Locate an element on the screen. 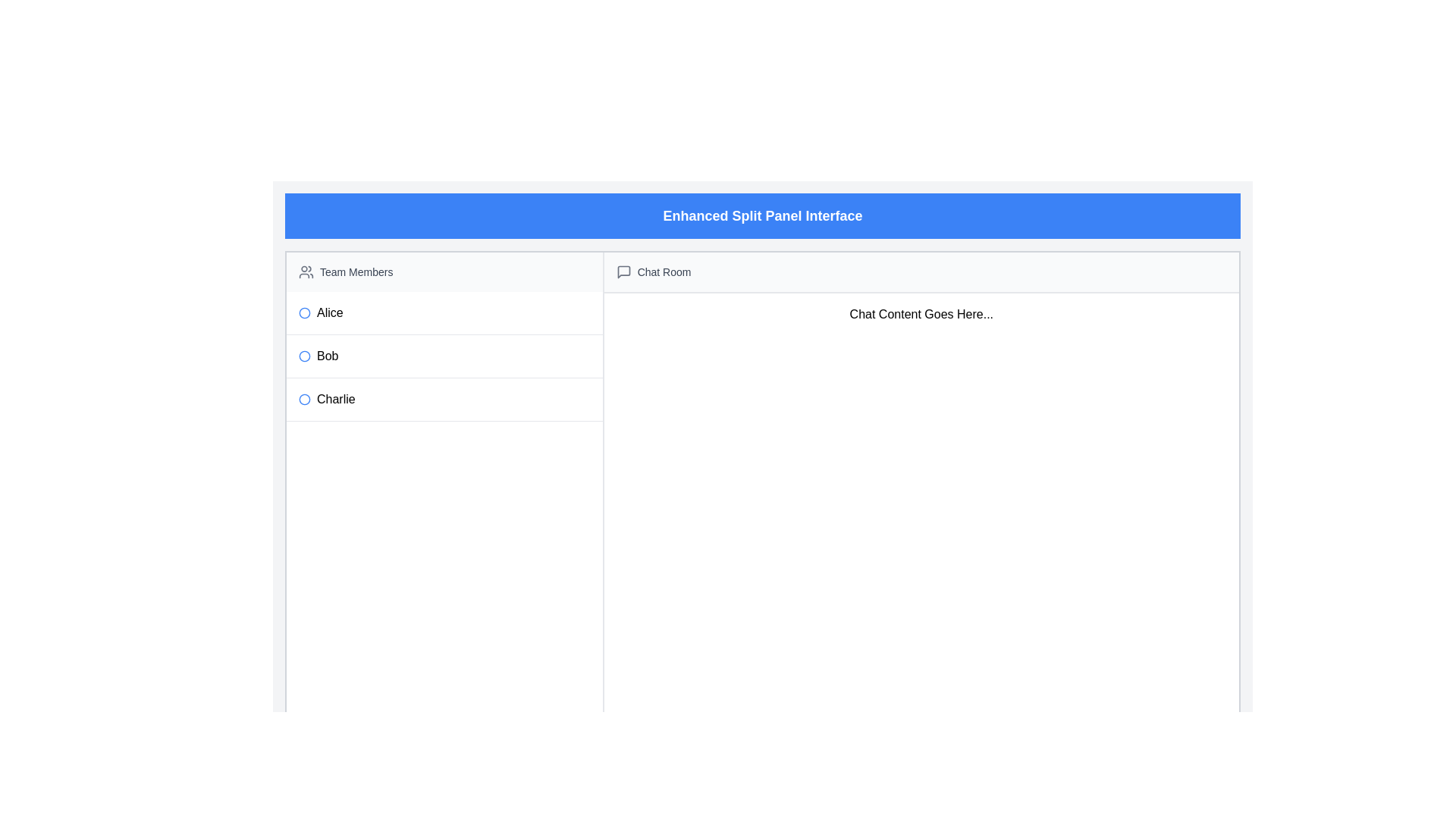 Image resolution: width=1456 pixels, height=819 pixels. the circle icon on the left side of the list item labeled Charlie, which is the third item in the Team Members section is located at coordinates (304, 399).